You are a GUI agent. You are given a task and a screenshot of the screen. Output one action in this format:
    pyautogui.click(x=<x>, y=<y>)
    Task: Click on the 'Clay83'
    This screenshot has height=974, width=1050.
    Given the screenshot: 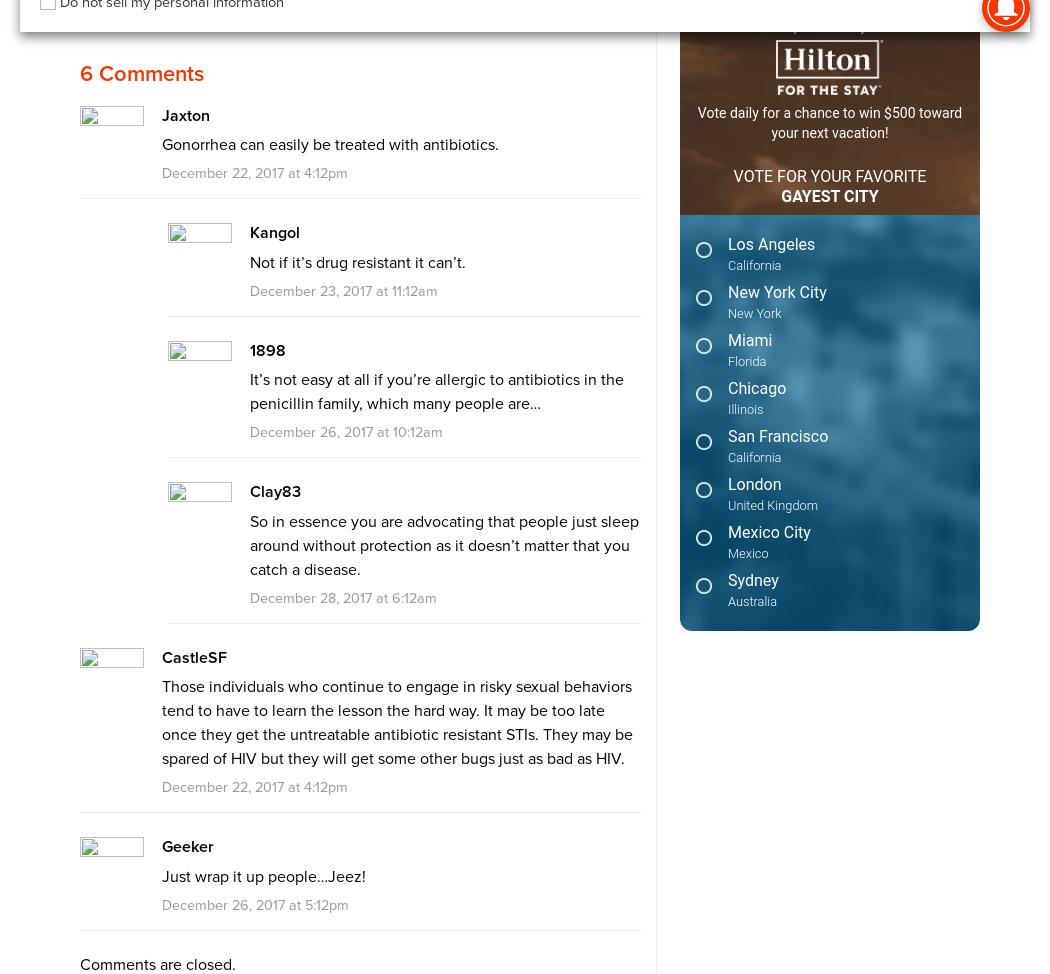 What is the action you would take?
    pyautogui.click(x=273, y=491)
    